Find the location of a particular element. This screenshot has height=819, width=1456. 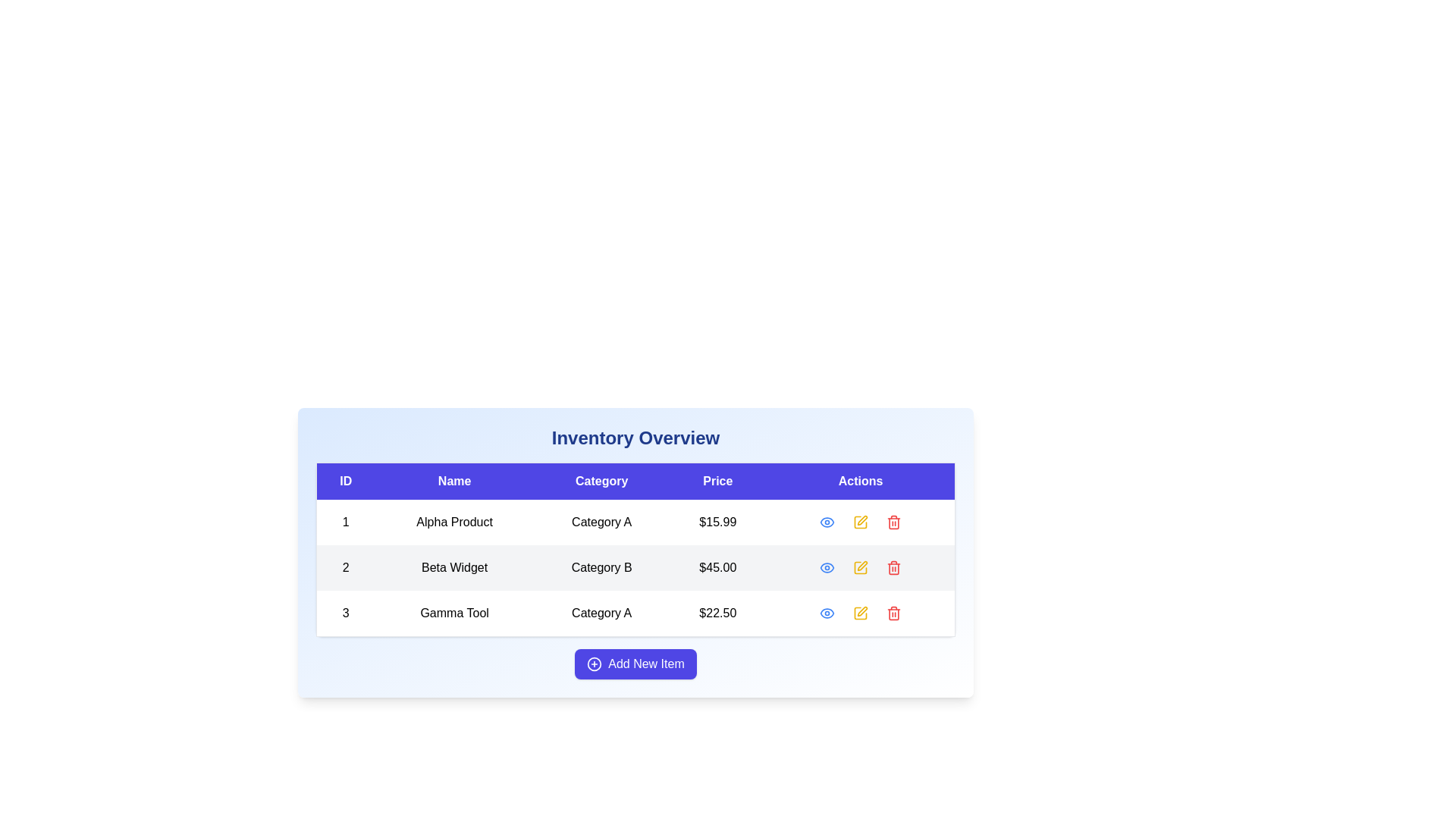

the eye icon with a blue outline in the Actions column of the Beta Widget row is located at coordinates (826, 522).